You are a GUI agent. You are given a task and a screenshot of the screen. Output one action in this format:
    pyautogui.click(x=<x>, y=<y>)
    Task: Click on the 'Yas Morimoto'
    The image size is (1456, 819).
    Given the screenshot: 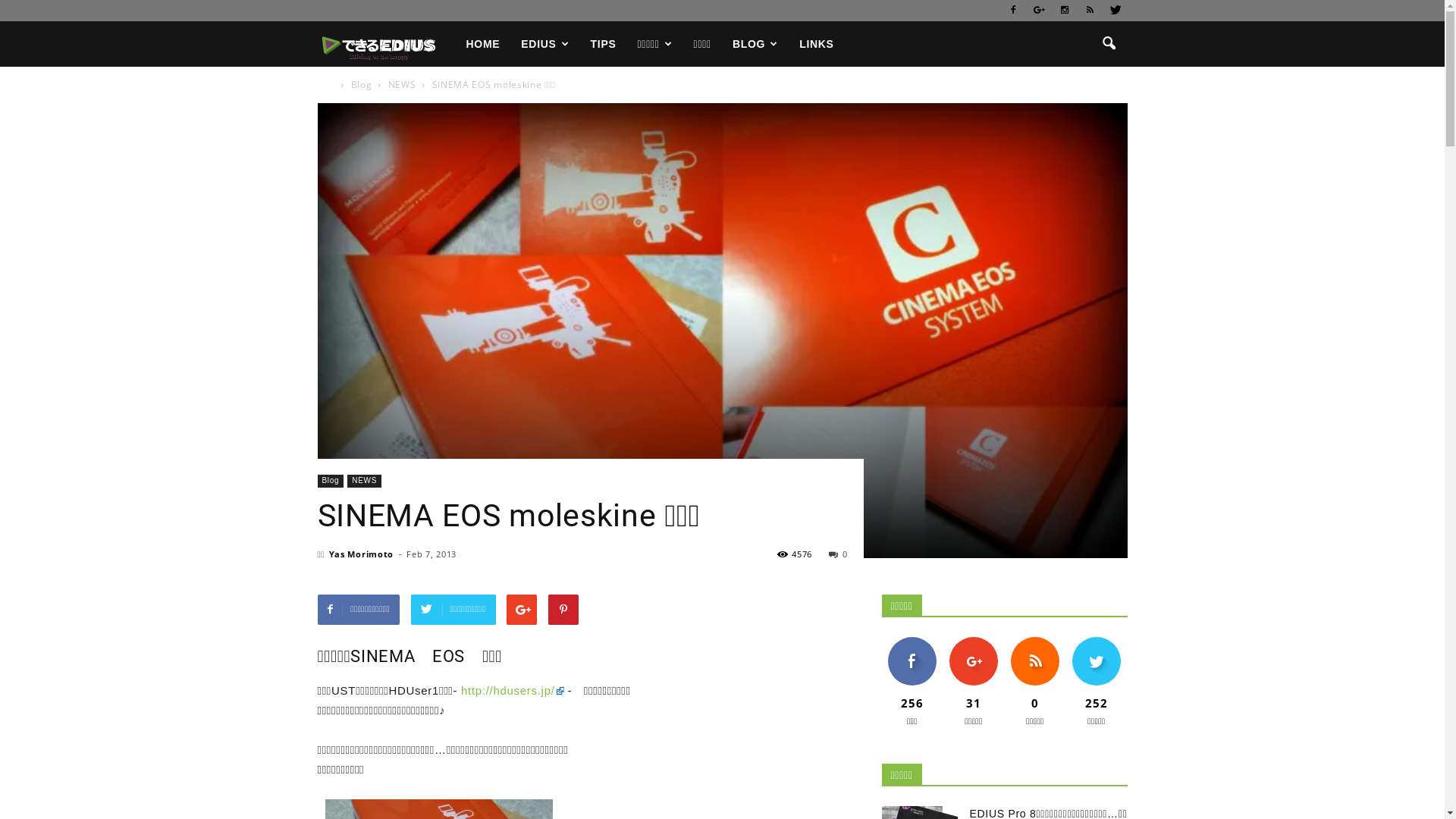 What is the action you would take?
    pyautogui.click(x=328, y=554)
    